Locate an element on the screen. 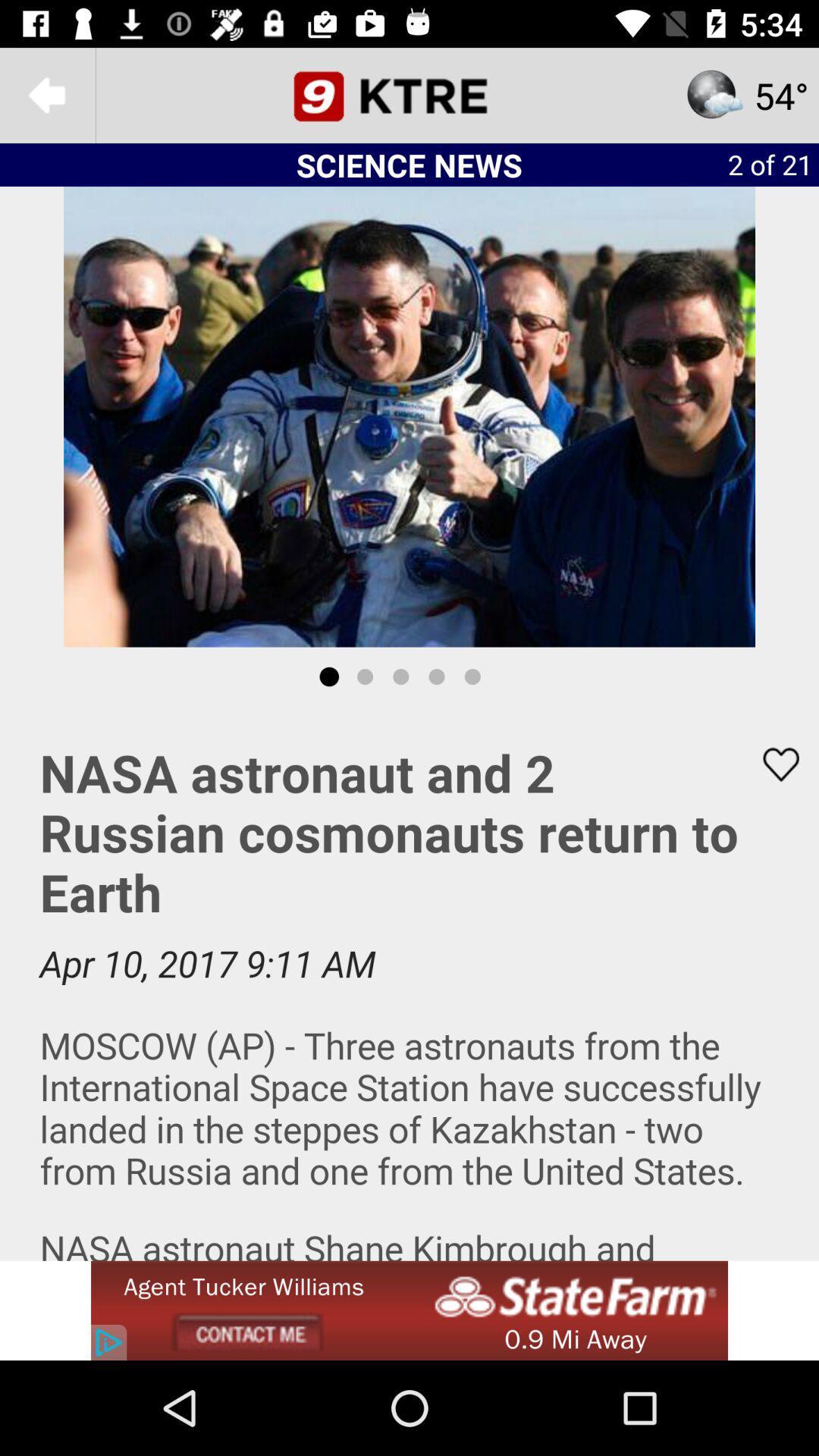 Image resolution: width=819 pixels, height=1456 pixels. the option is located at coordinates (409, 1310).